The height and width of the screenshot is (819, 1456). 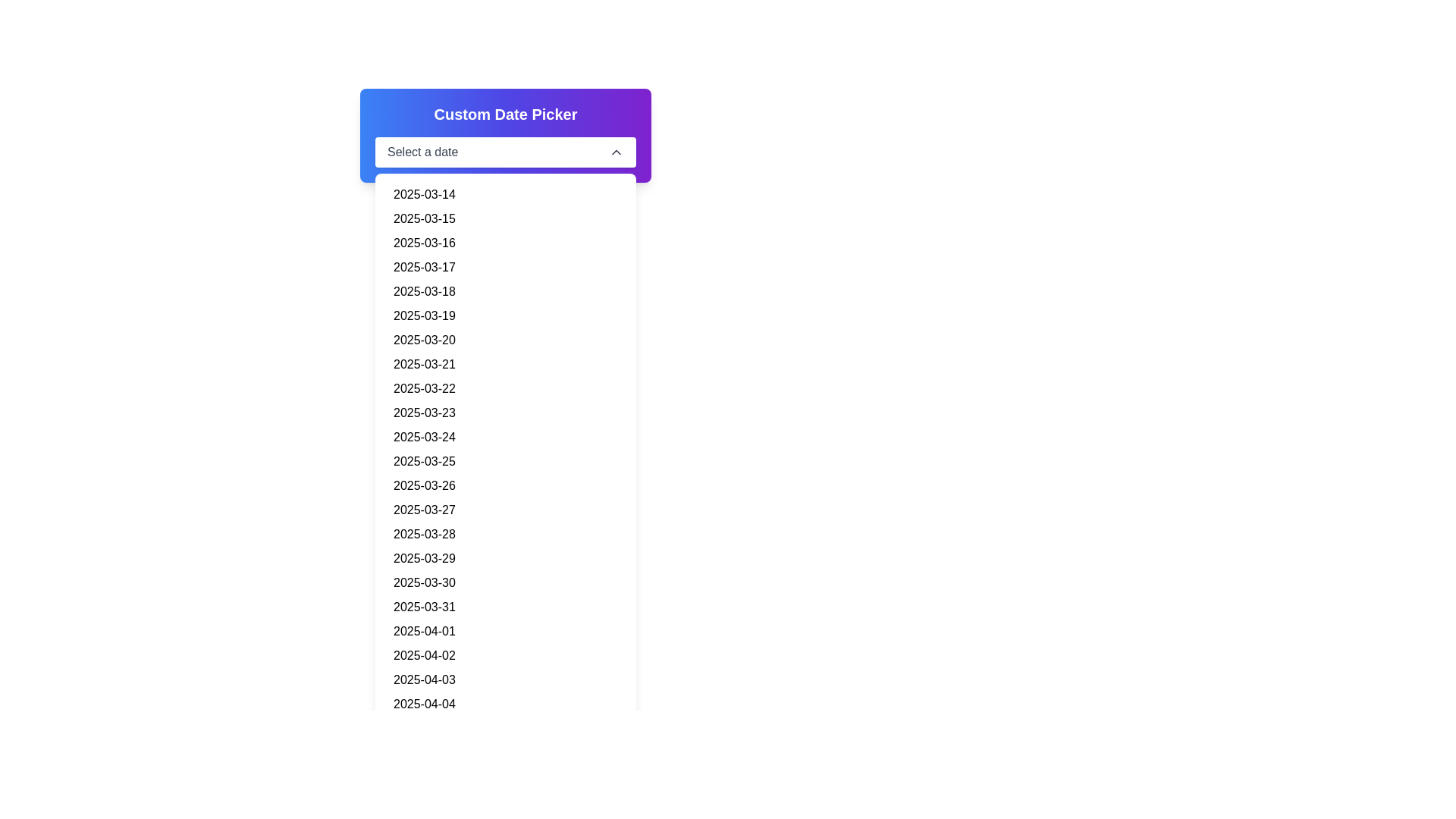 What do you see at coordinates (506, 219) in the screenshot?
I see `the second item in the 'Custom Date Picker' dropdown menu` at bounding box center [506, 219].